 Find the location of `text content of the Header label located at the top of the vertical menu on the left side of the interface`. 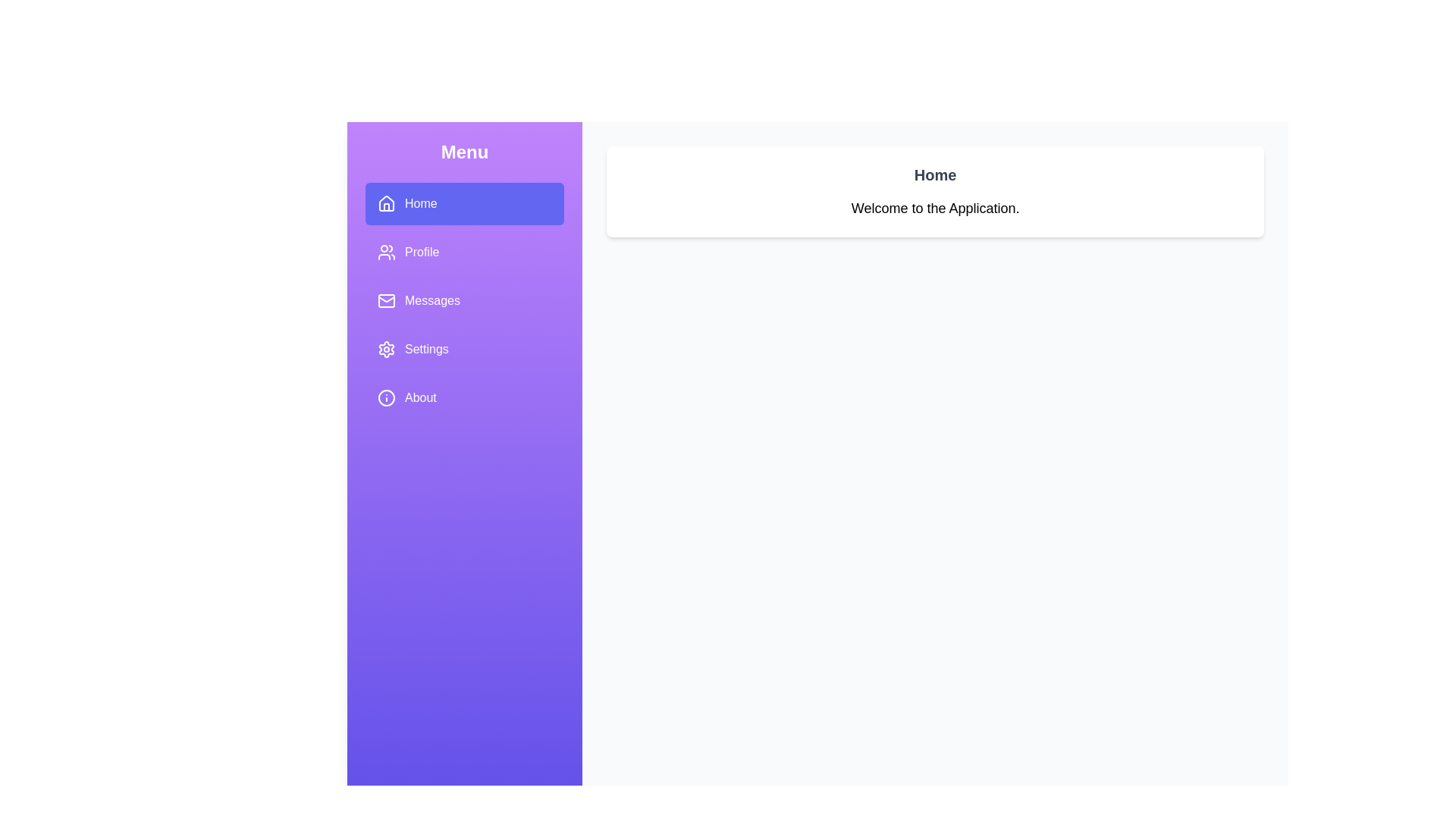

text content of the Header label located at the top of the vertical menu on the left side of the interface is located at coordinates (464, 152).